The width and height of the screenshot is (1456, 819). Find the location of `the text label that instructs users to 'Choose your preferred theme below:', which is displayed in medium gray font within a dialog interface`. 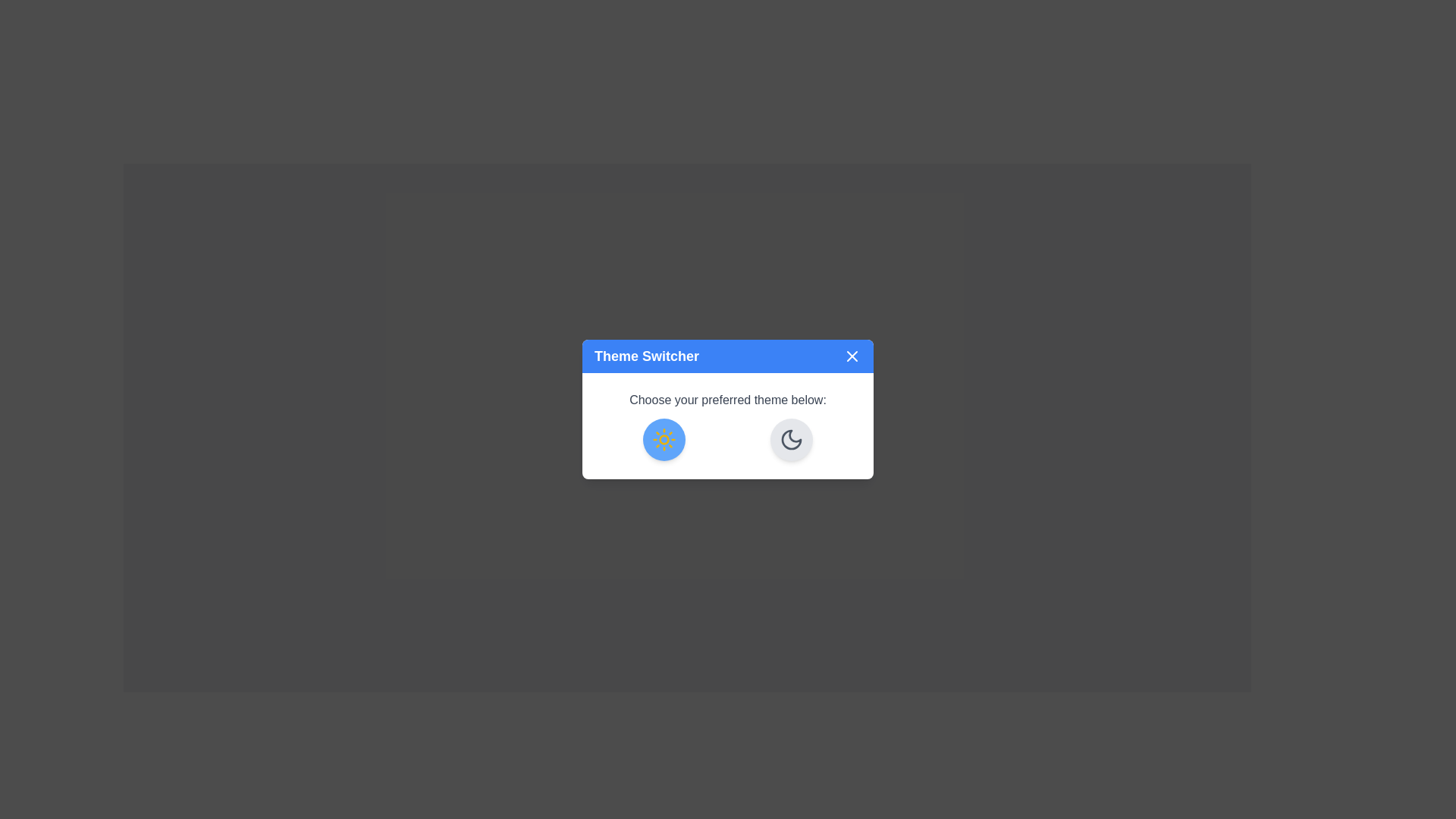

the text label that instructs users to 'Choose your preferred theme below:', which is displayed in medium gray font within a dialog interface is located at coordinates (728, 400).